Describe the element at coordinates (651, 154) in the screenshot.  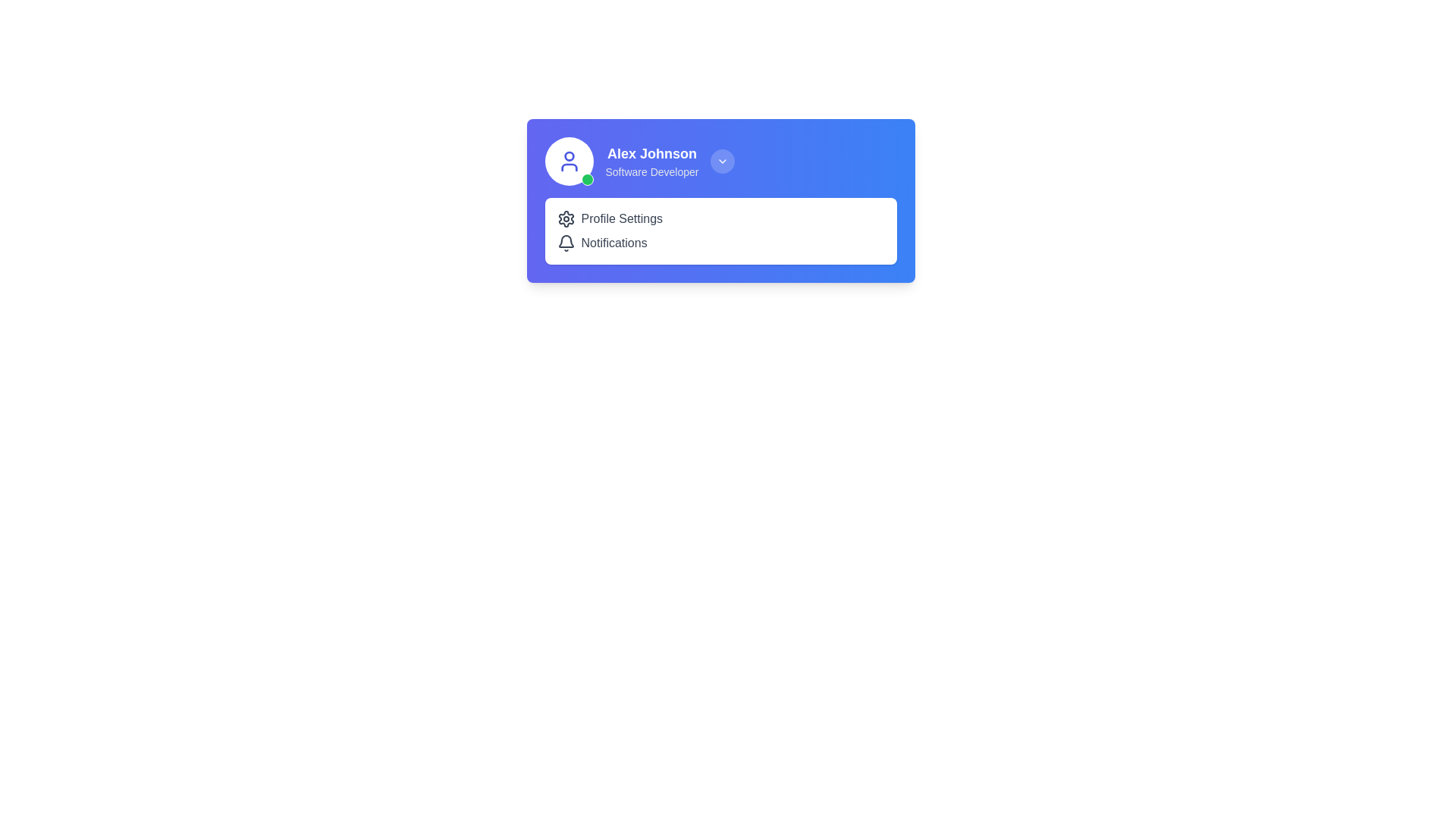
I see `the user name text label in the profile section, located in the upper portion of the interface, adjacent to the avatar image` at that location.